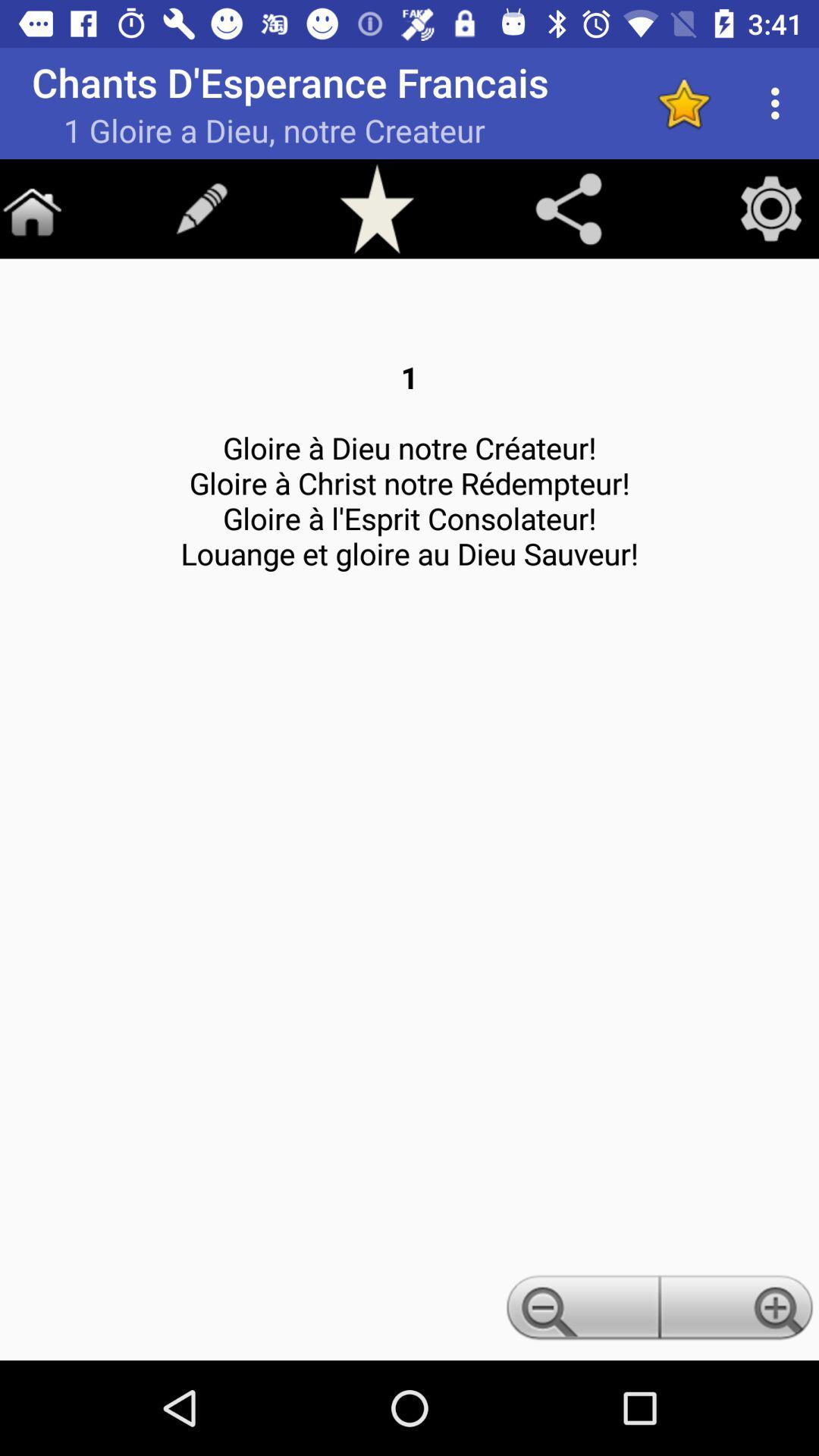 The image size is (819, 1456). Describe the element at coordinates (376, 208) in the screenshot. I see `the star icon` at that location.